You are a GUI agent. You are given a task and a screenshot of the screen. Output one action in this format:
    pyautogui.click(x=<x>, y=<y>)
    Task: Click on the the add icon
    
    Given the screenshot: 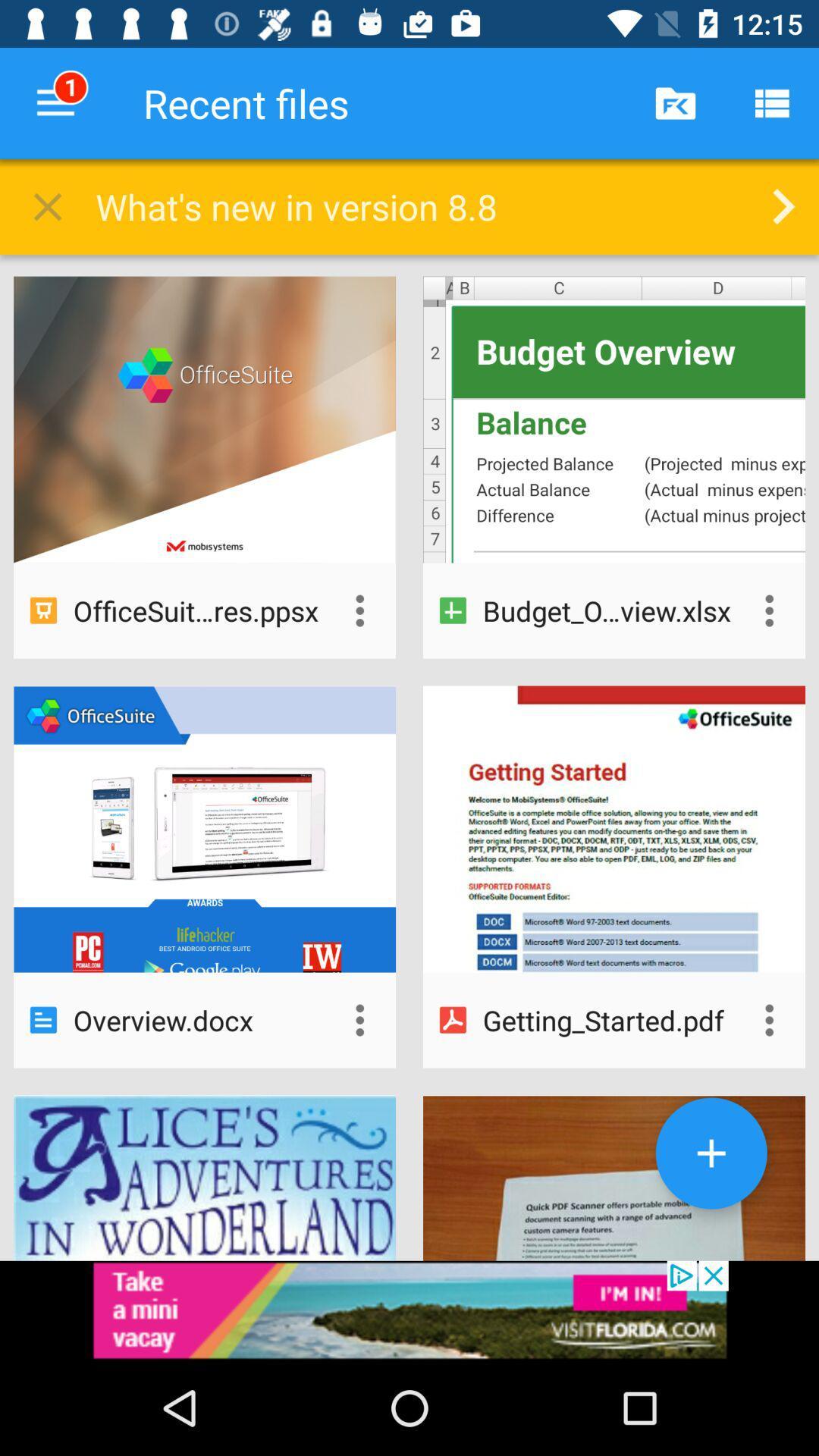 What is the action you would take?
    pyautogui.click(x=711, y=1153)
    